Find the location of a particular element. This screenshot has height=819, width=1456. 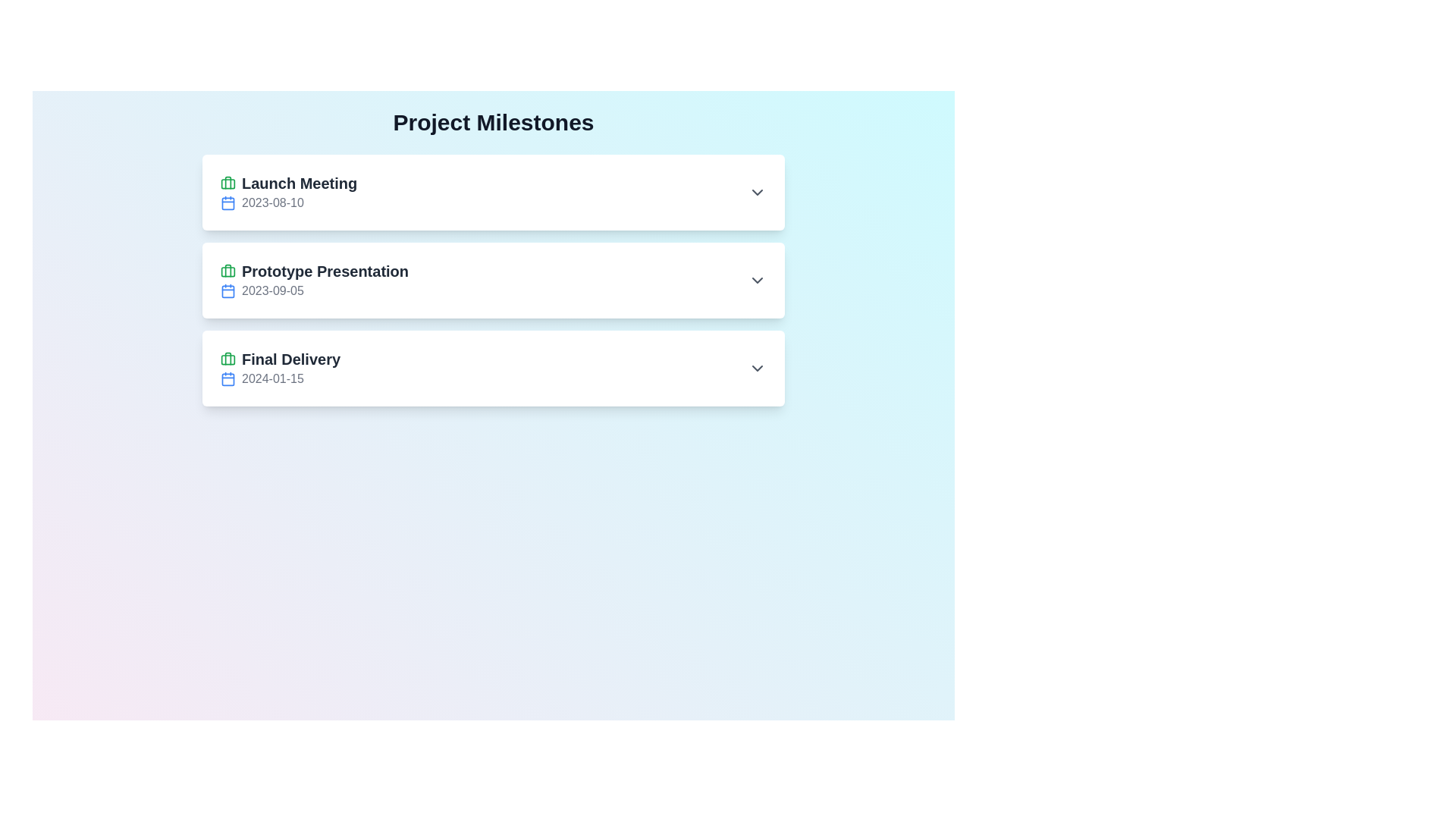

the milestone summary block, which is the first item in the list under 'Project Milestones' is located at coordinates (494, 192).